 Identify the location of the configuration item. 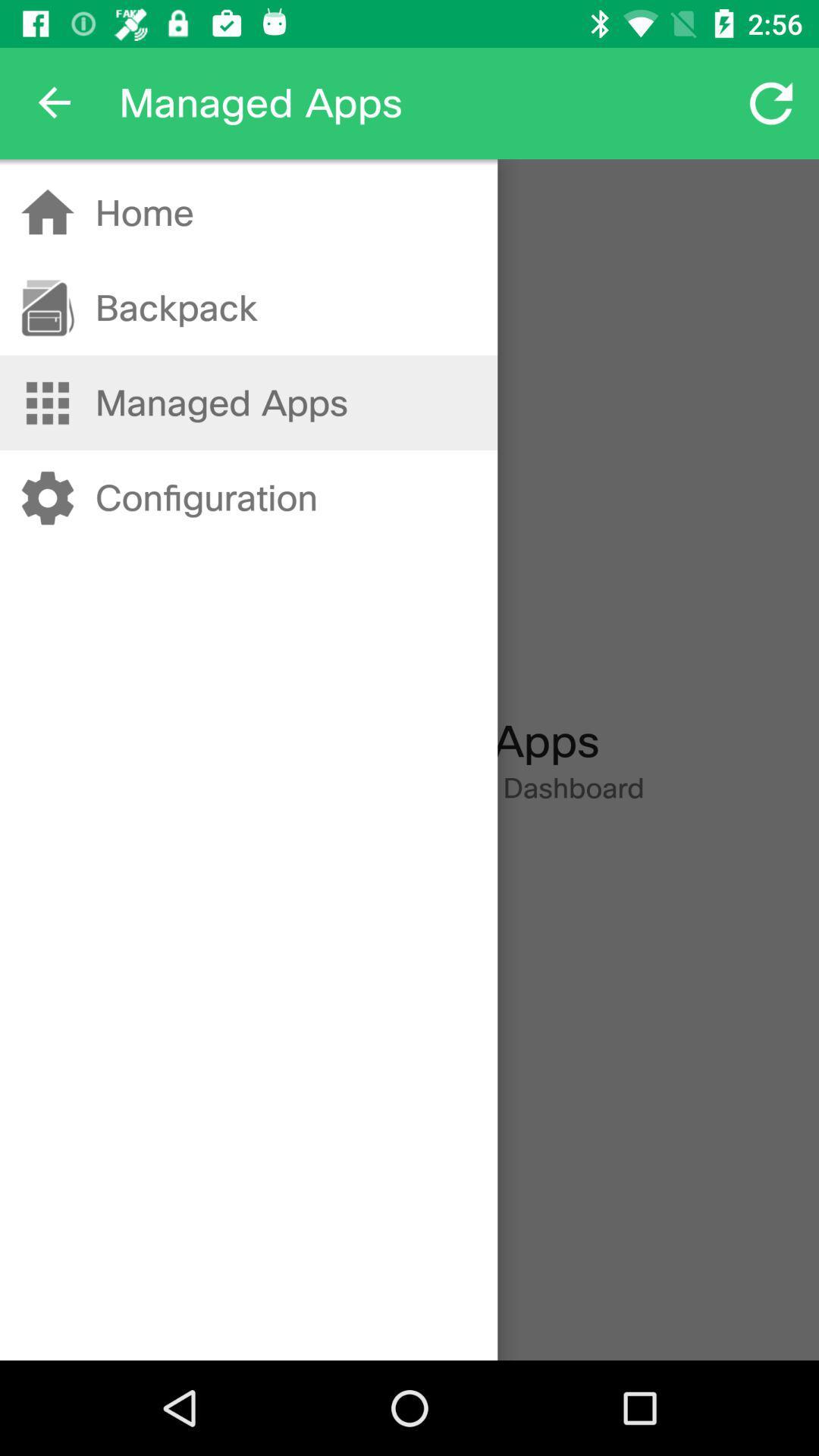
(206, 498).